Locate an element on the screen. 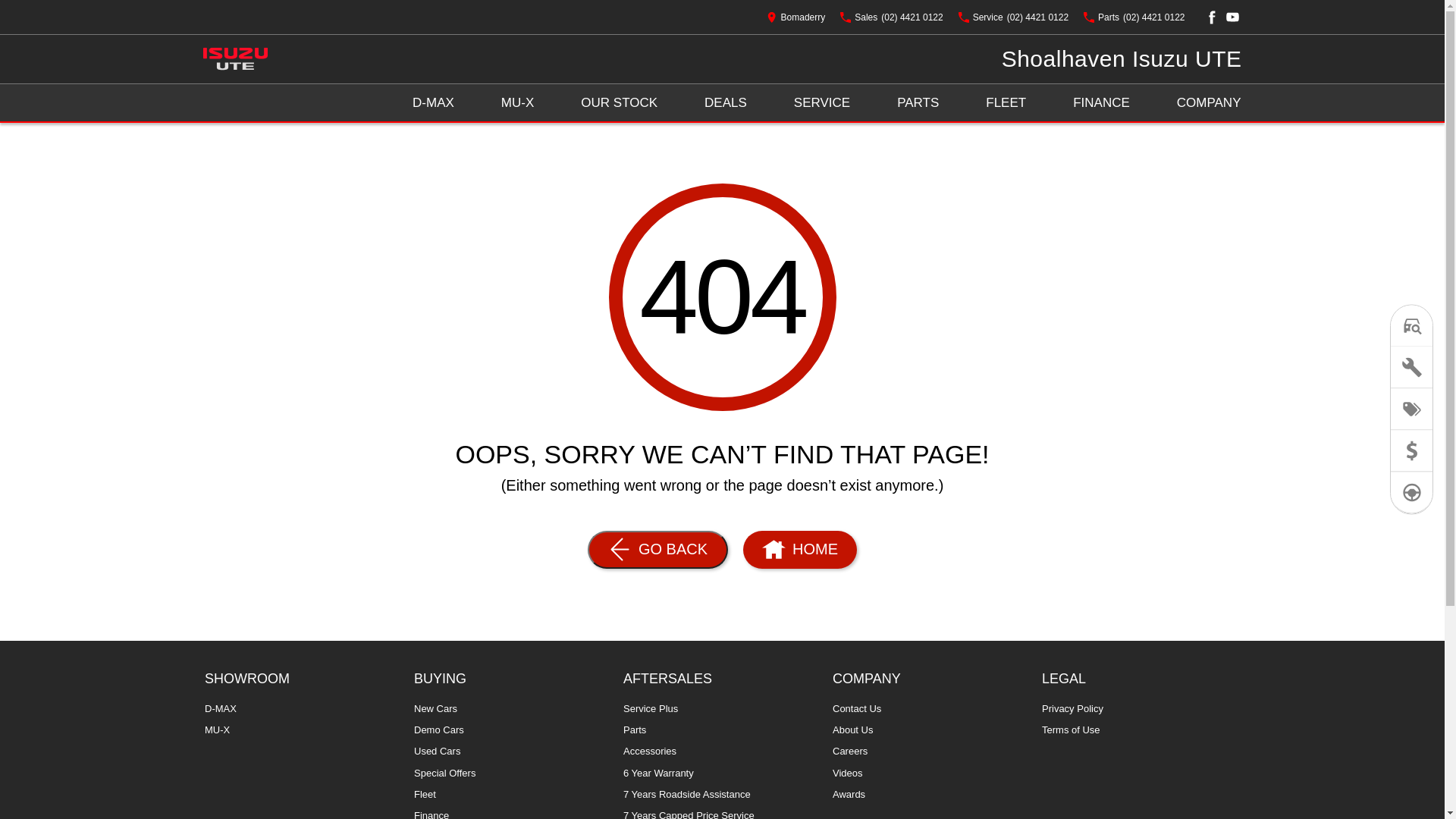  'Awards' is located at coordinates (848, 794).